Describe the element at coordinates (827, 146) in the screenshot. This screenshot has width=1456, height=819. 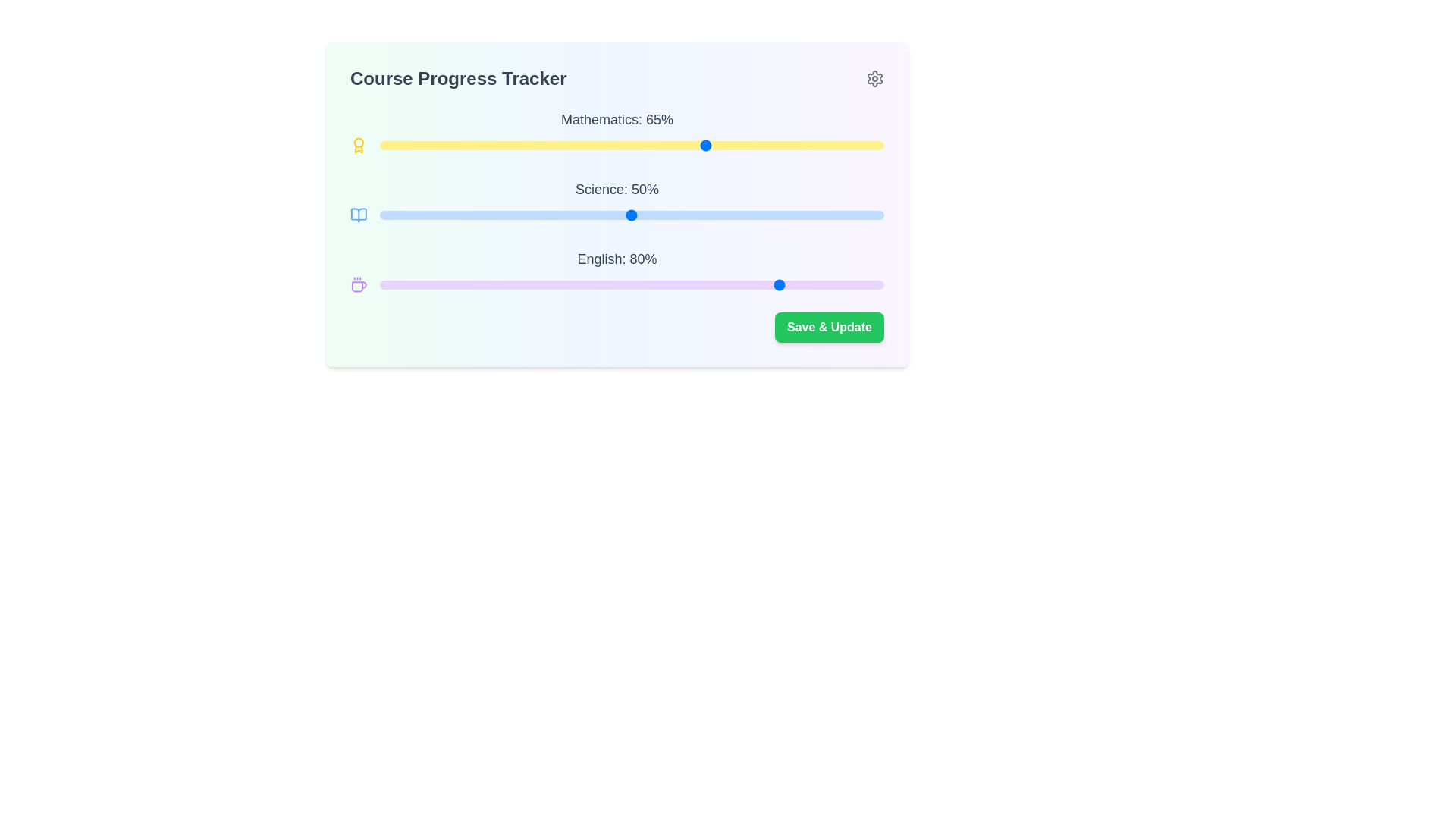
I see `the mathematics progress slider` at that location.